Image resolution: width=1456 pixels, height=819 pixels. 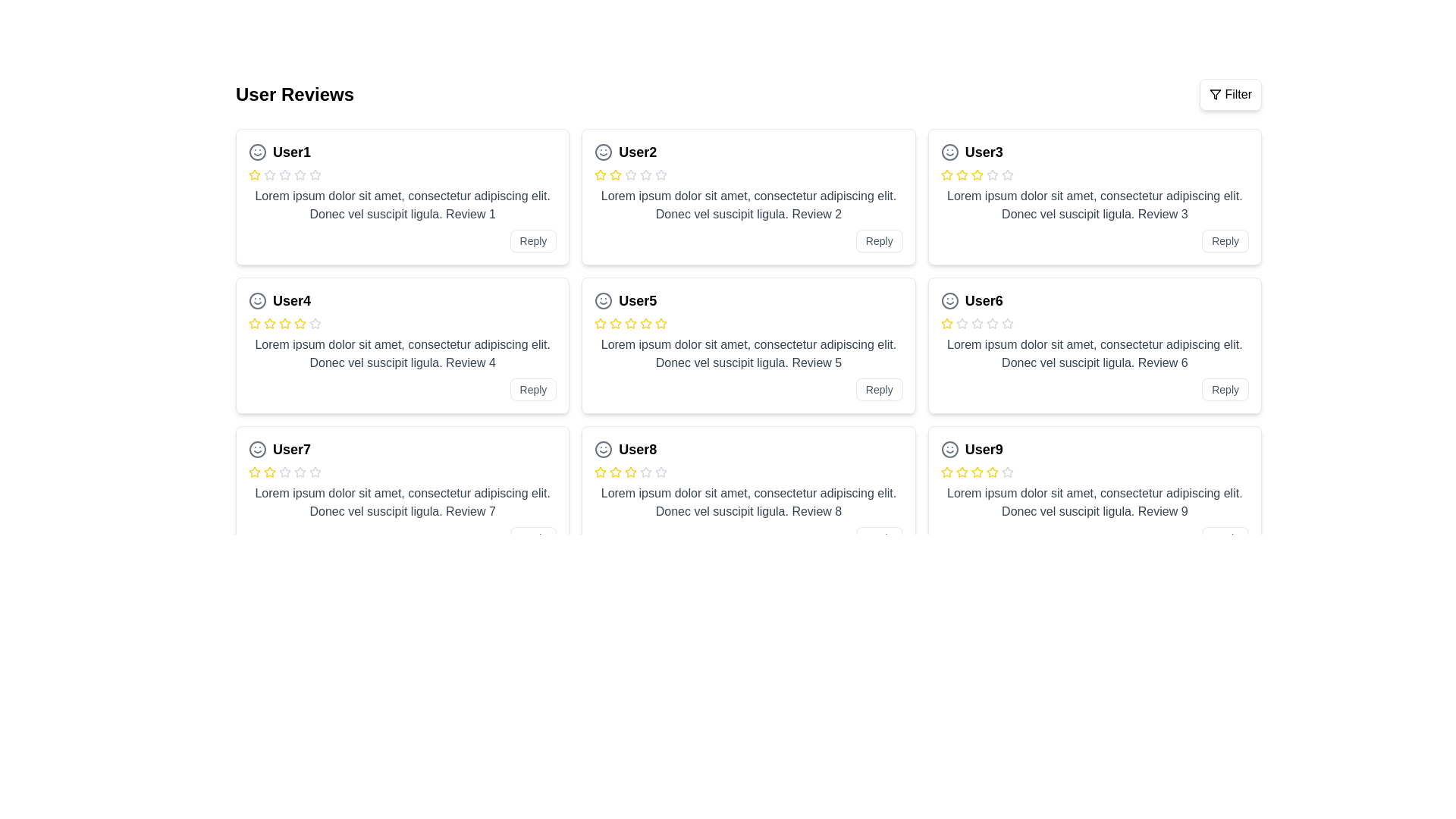 I want to click on the reply button located at the bottom-right corner of the review card for 'User2' to initiate a reply action, so click(x=878, y=240).